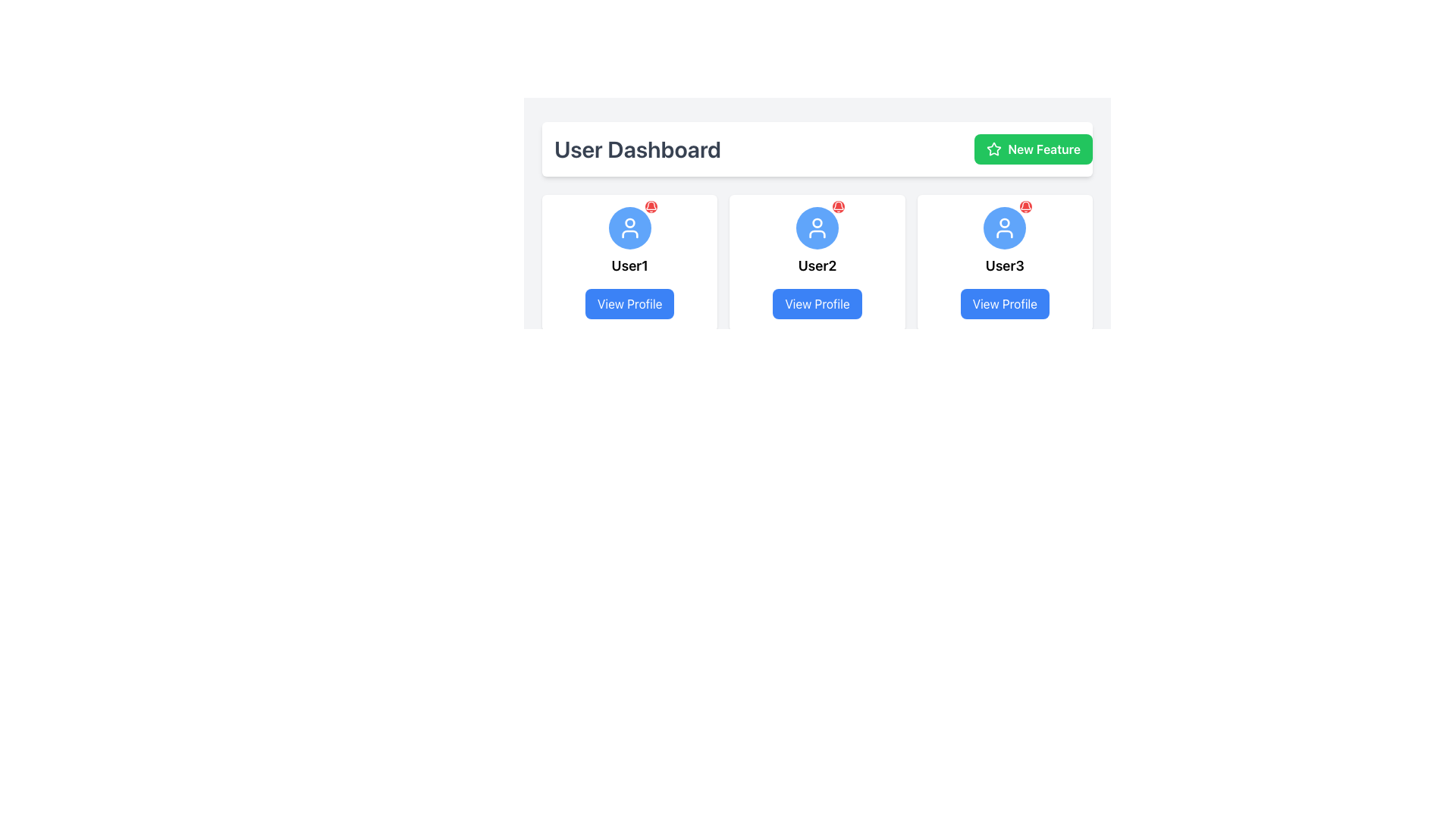  I want to click on the text label displaying 'User1', which is centrally located below the avatar icon and above the 'View Profile' button in the user card, so click(629, 265).